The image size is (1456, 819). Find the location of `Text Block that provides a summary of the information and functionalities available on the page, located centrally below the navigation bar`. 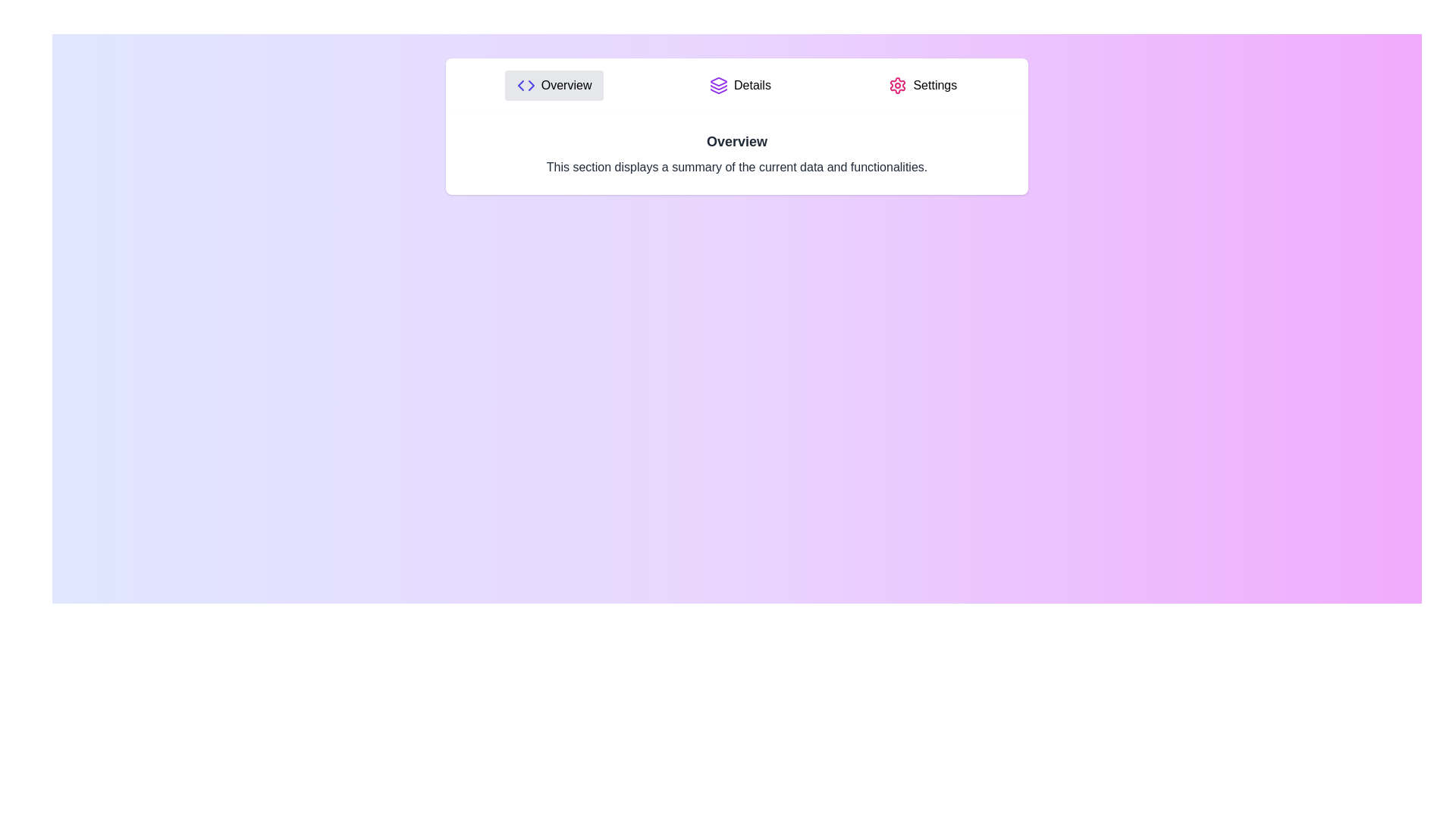

Text Block that provides a summary of the information and functionalities available on the page, located centrally below the navigation bar is located at coordinates (736, 154).